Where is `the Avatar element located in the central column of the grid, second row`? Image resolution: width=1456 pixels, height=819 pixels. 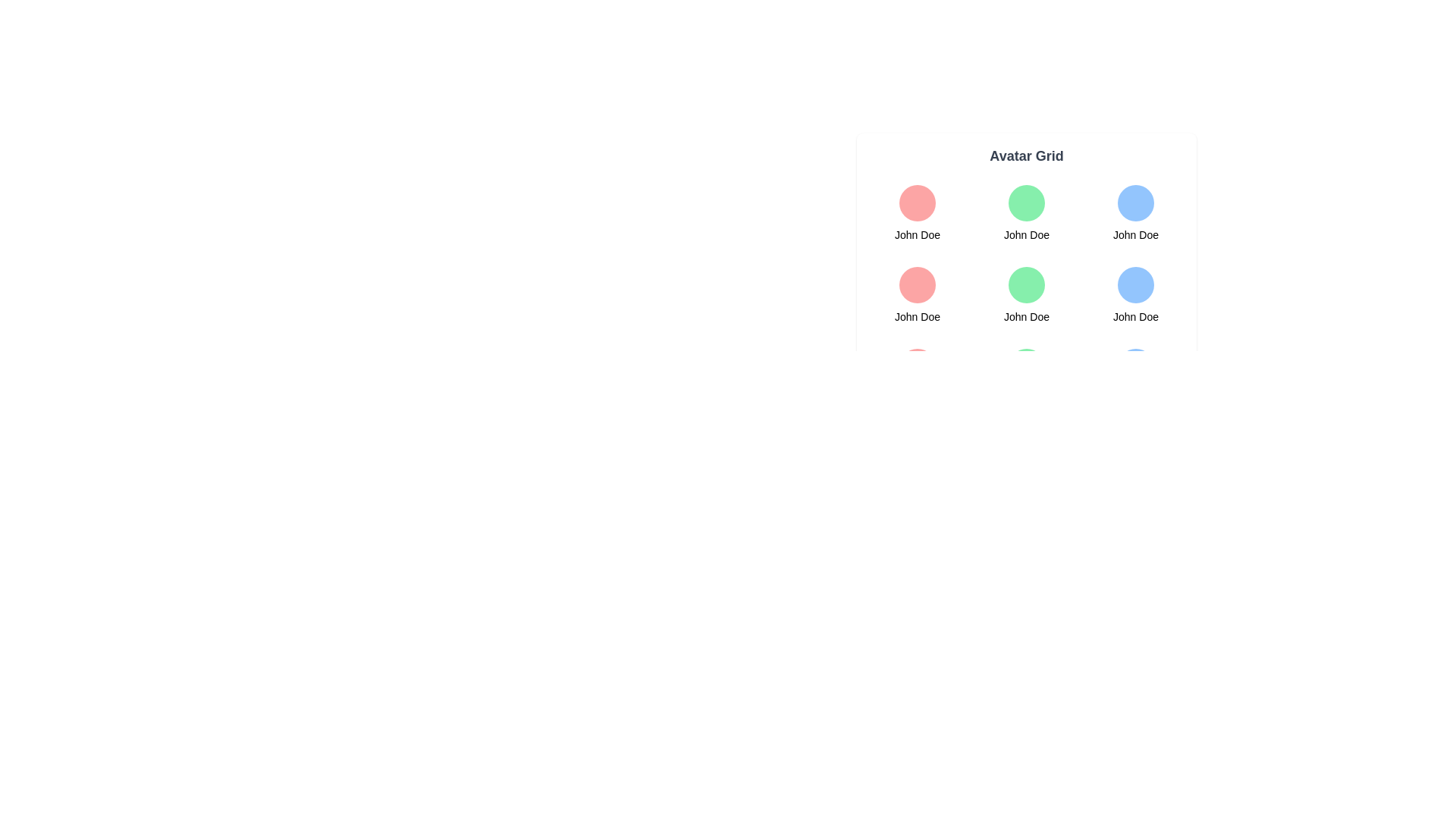
the Avatar element located in the central column of the grid, second row is located at coordinates (1026, 295).